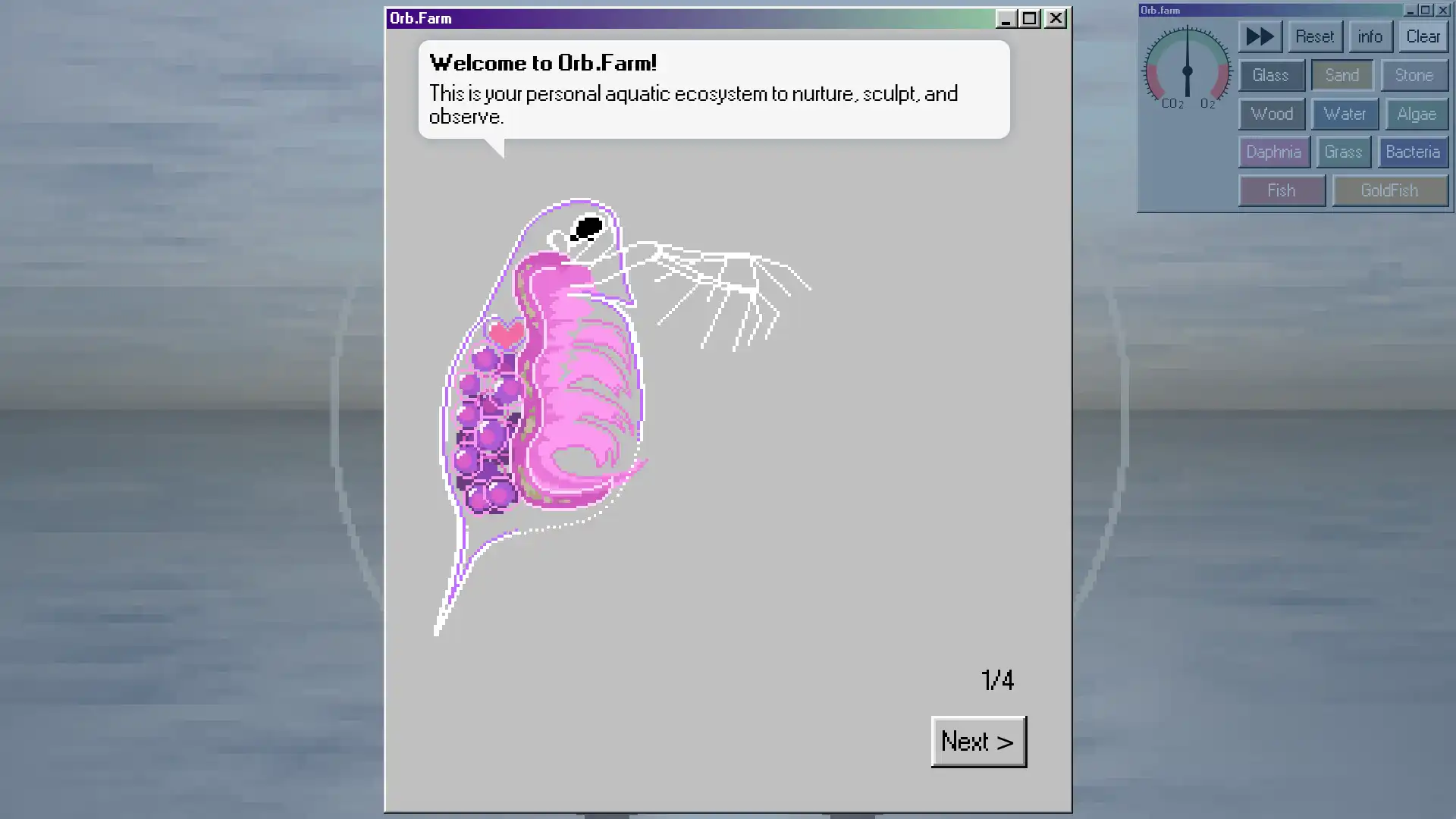 The width and height of the screenshot is (1456, 819). Describe the element at coordinates (325, 246) in the screenshot. I see `Next >` at that location.